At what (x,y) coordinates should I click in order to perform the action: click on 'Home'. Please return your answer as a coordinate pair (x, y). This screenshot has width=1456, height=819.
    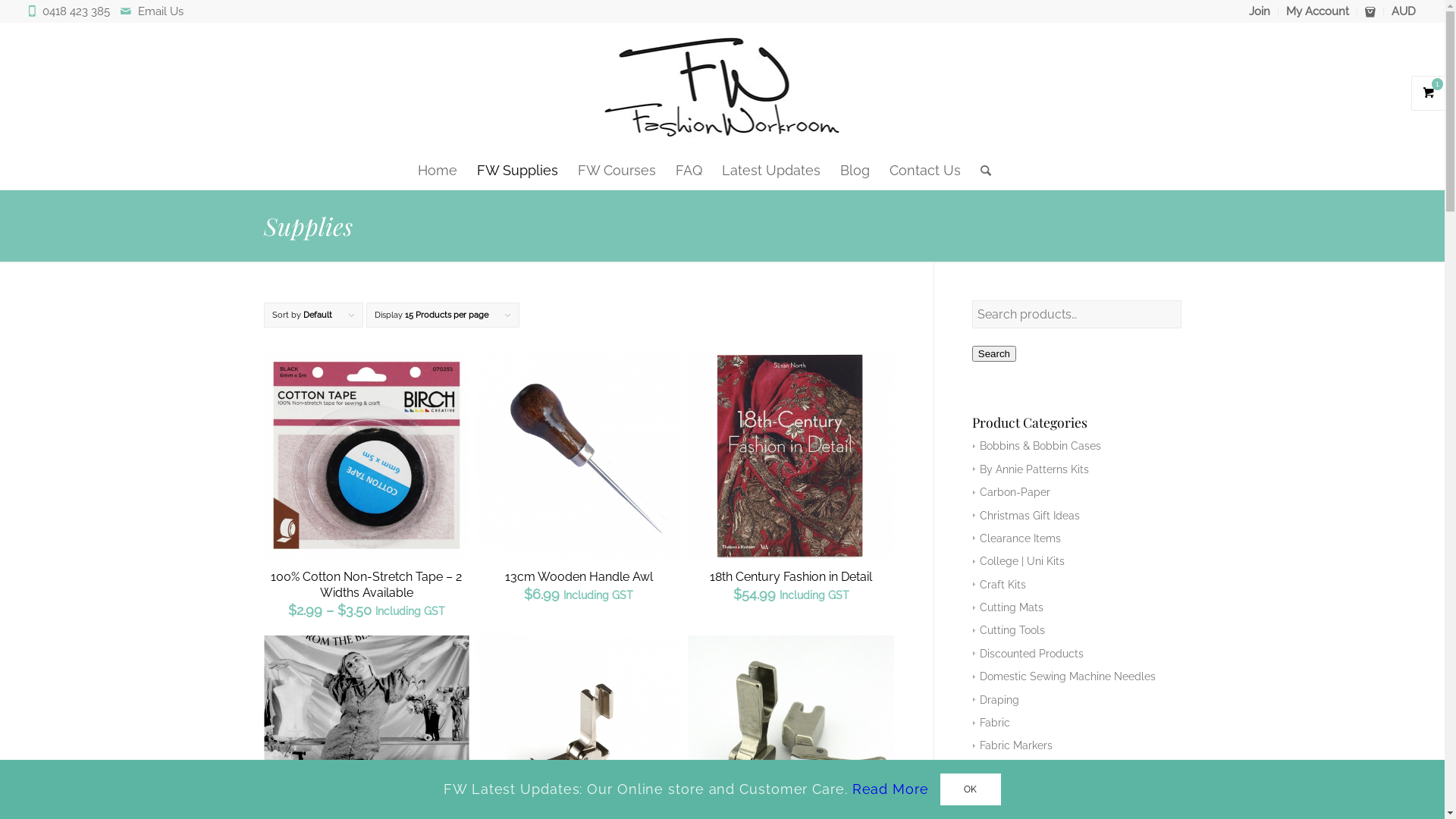
    Looking at the image, I should click on (436, 170).